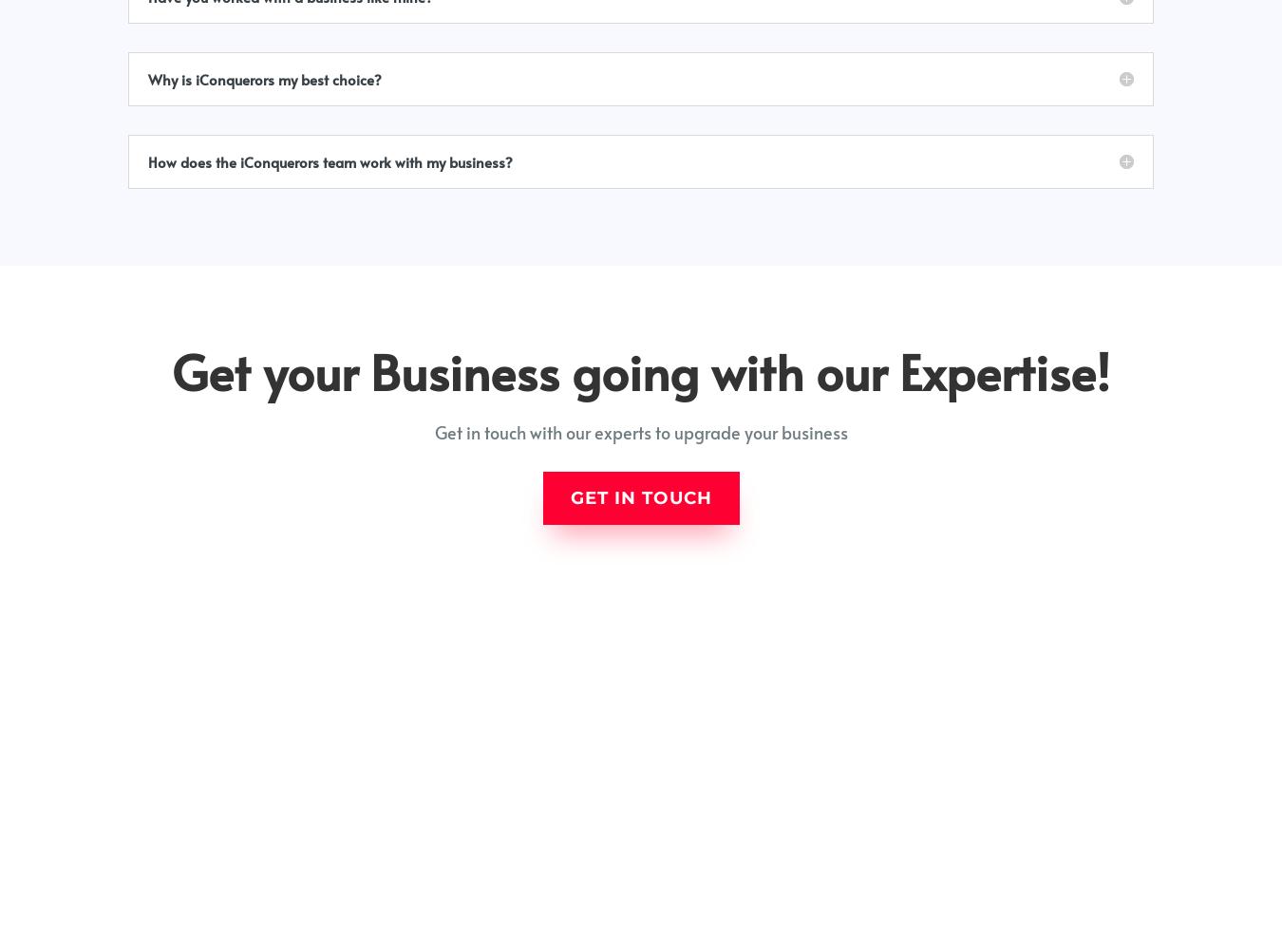 This screenshot has width=1282, height=952. I want to click on '.', so click(1191, 928).